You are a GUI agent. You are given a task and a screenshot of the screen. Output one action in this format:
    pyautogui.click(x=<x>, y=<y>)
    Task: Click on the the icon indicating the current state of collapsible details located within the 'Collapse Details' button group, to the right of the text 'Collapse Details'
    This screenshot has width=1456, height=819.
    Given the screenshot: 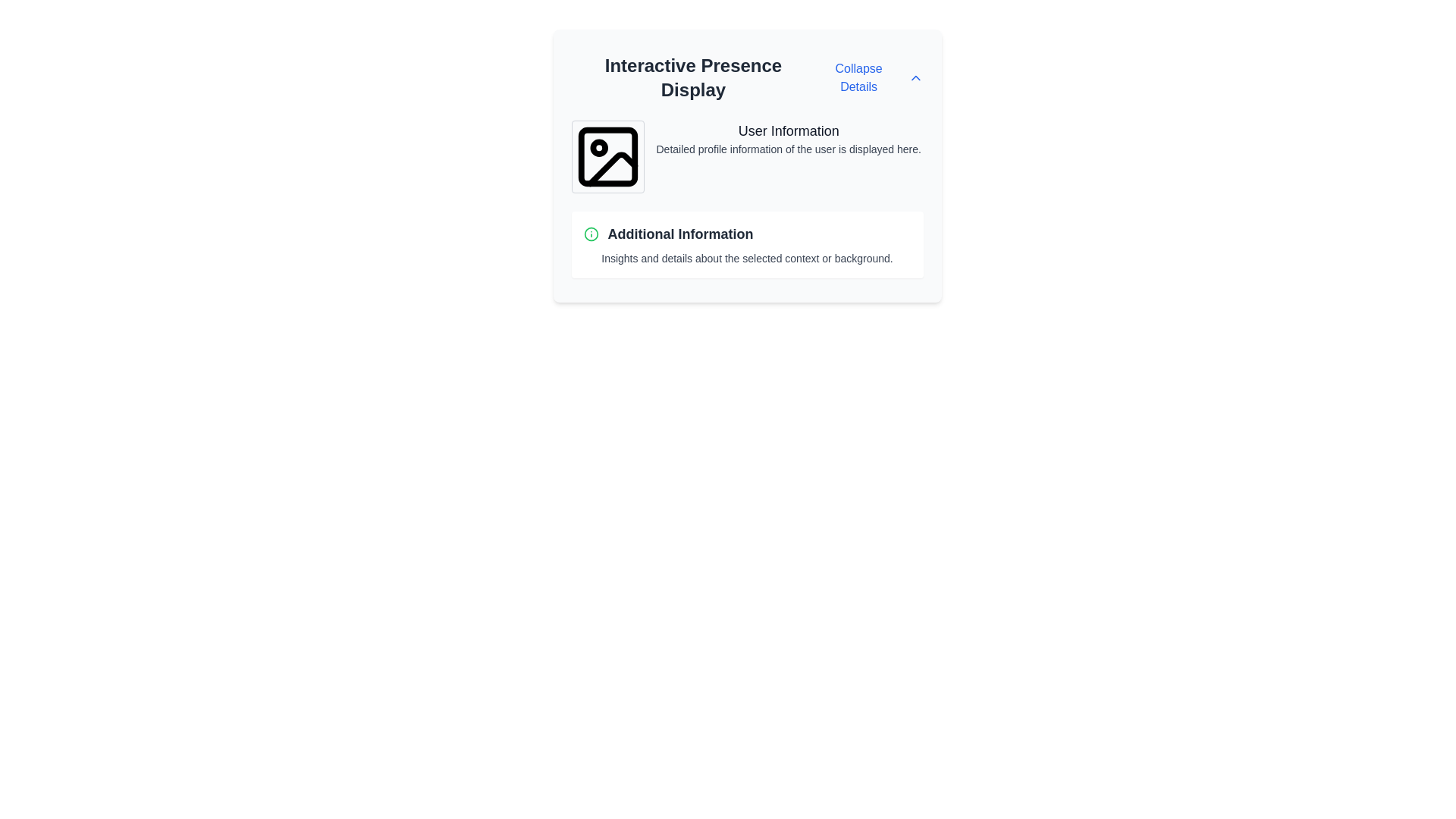 What is the action you would take?
    pyautogui.click(x=915, y=78)
    